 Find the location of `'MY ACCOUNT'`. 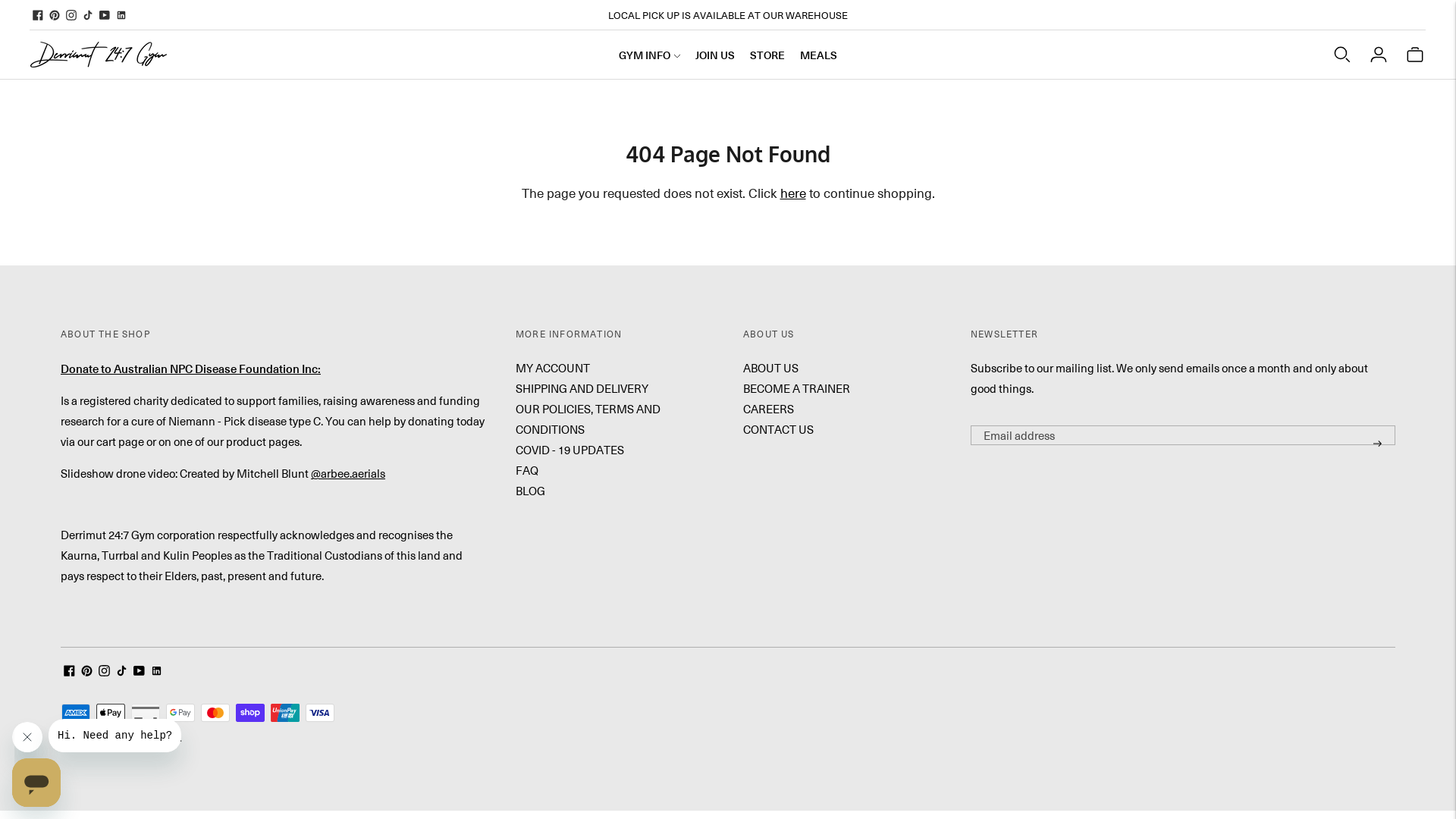

'MY ACCOUNT' is located at coordinates (552, 368).